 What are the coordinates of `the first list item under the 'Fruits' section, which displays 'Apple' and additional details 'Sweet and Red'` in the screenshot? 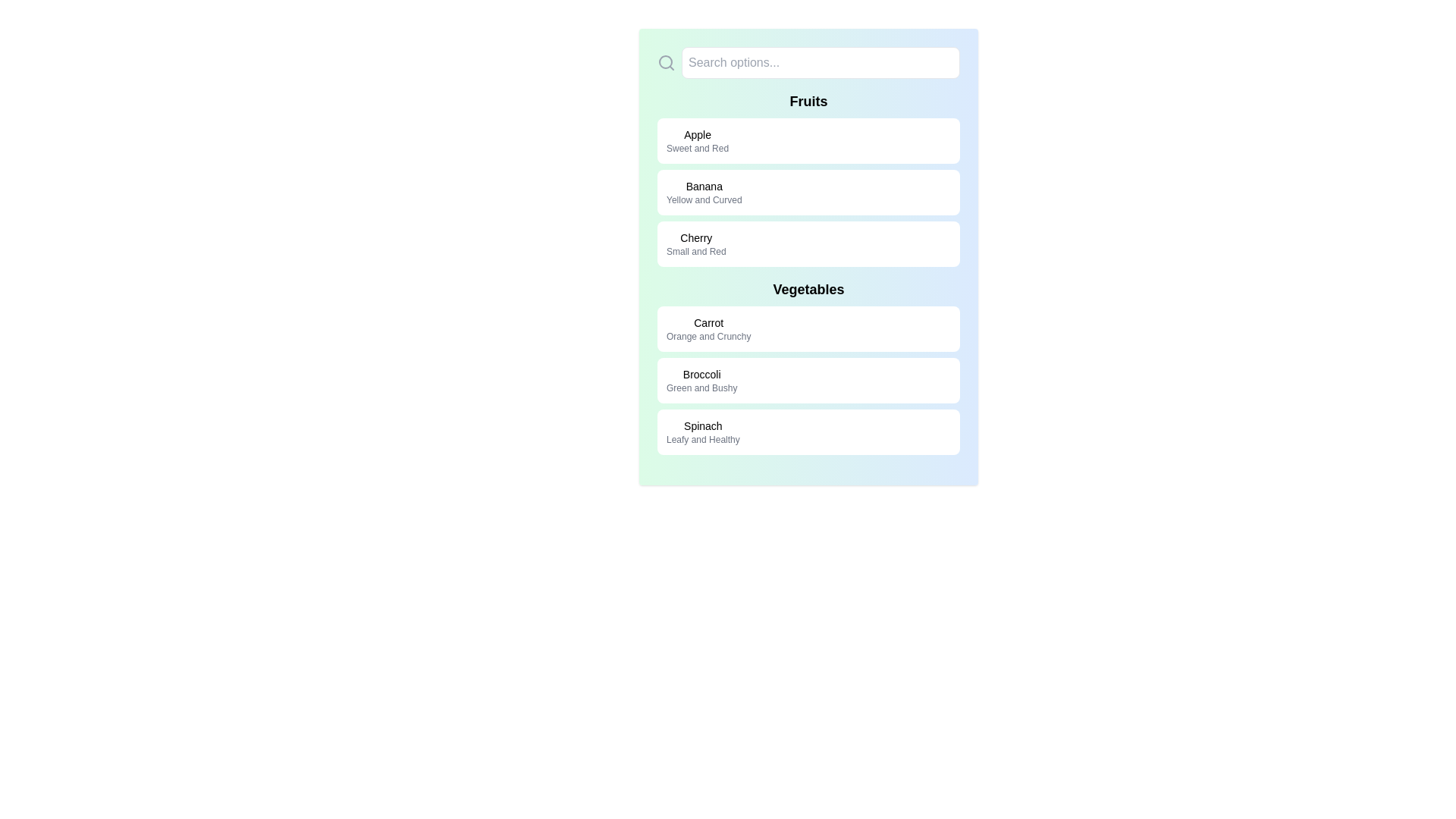 It's located at (808, 140).